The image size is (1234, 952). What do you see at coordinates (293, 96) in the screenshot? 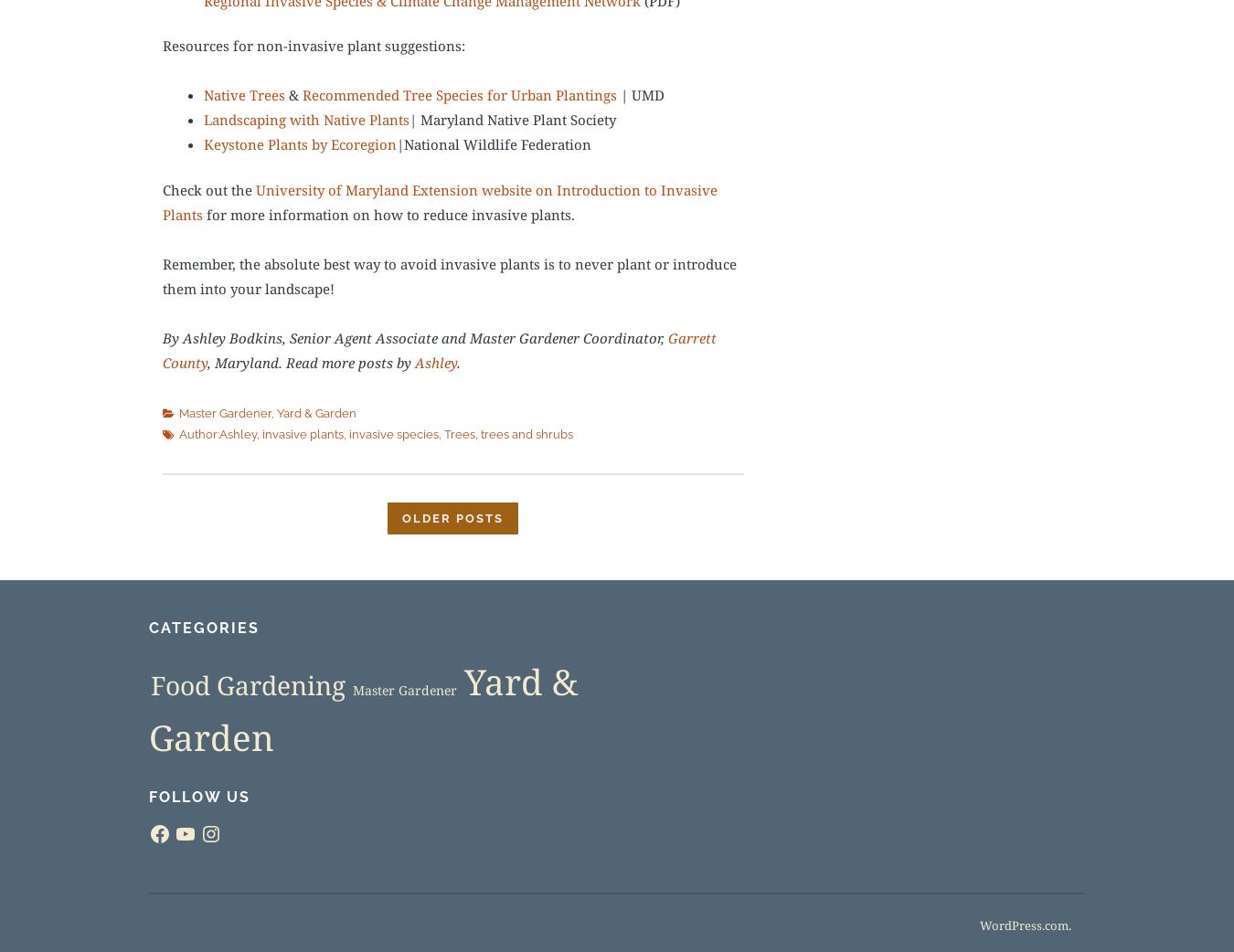
I see `'&'` at bounding box center [293, 96].